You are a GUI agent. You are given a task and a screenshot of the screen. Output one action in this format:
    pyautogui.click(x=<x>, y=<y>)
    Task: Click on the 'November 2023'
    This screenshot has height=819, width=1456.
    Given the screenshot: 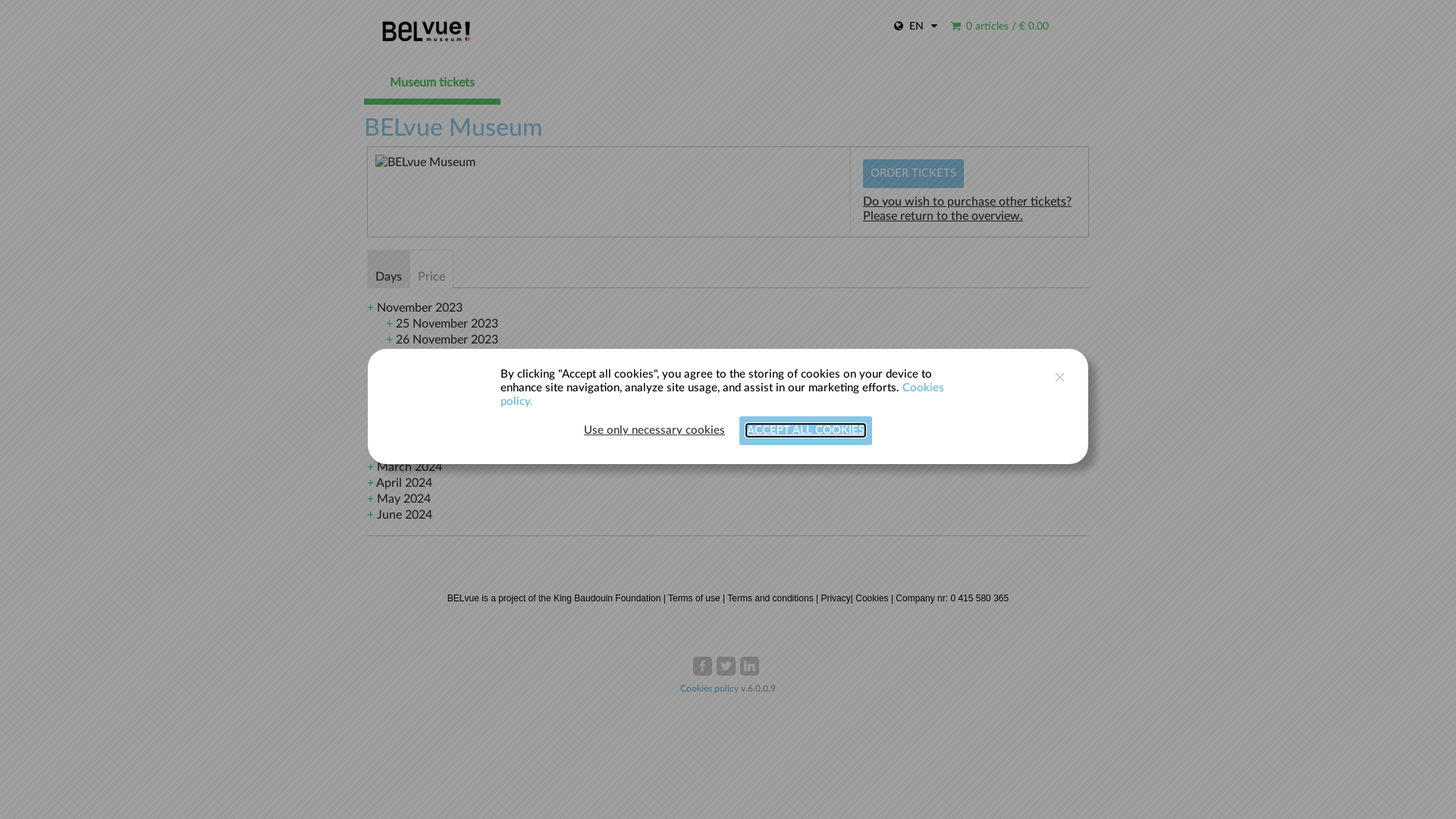 What is the action you would take?
    pyautogui.click(x=419, y=307)
    